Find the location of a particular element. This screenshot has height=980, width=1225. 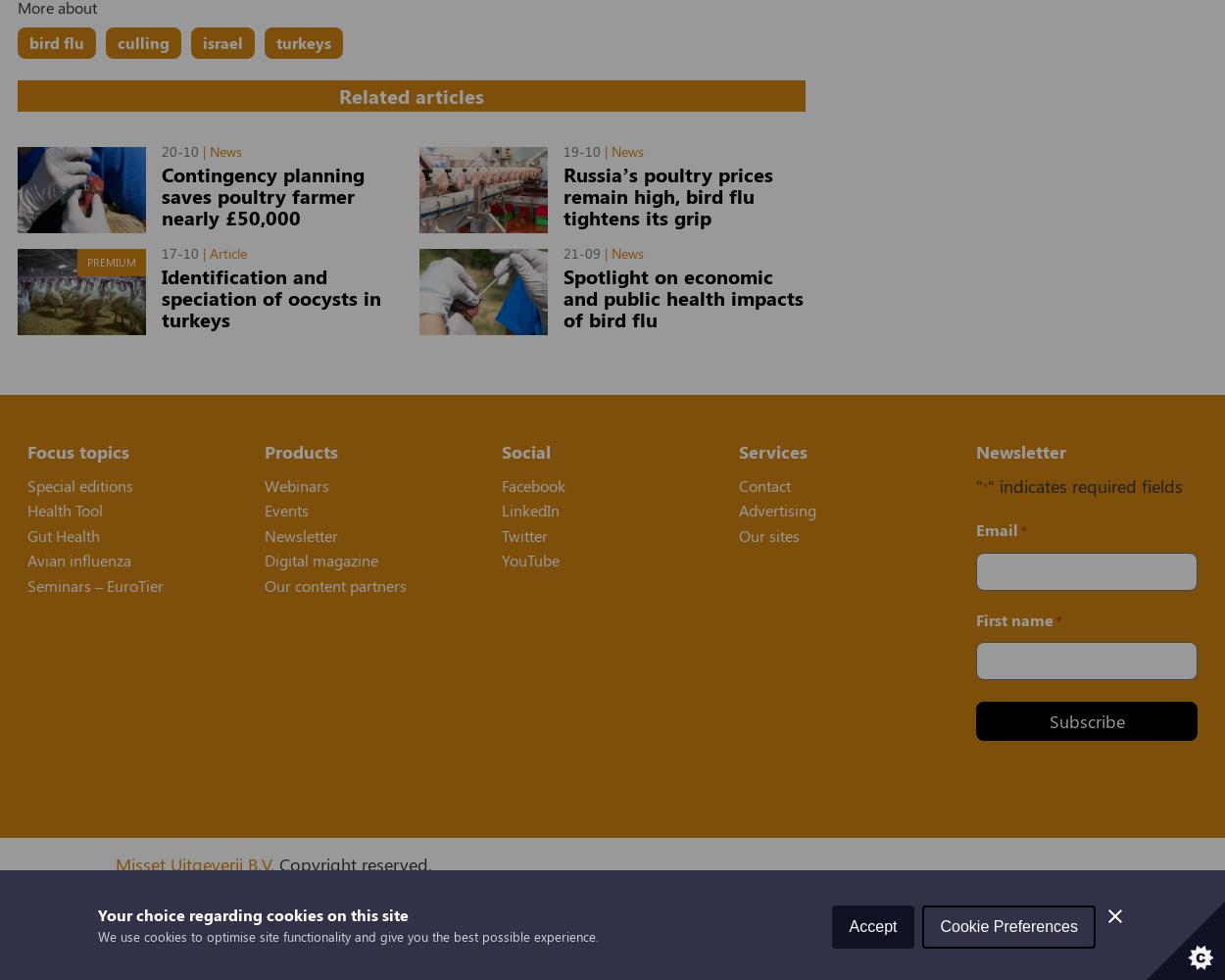

'Twitter' is located at coordinates (524, 534).